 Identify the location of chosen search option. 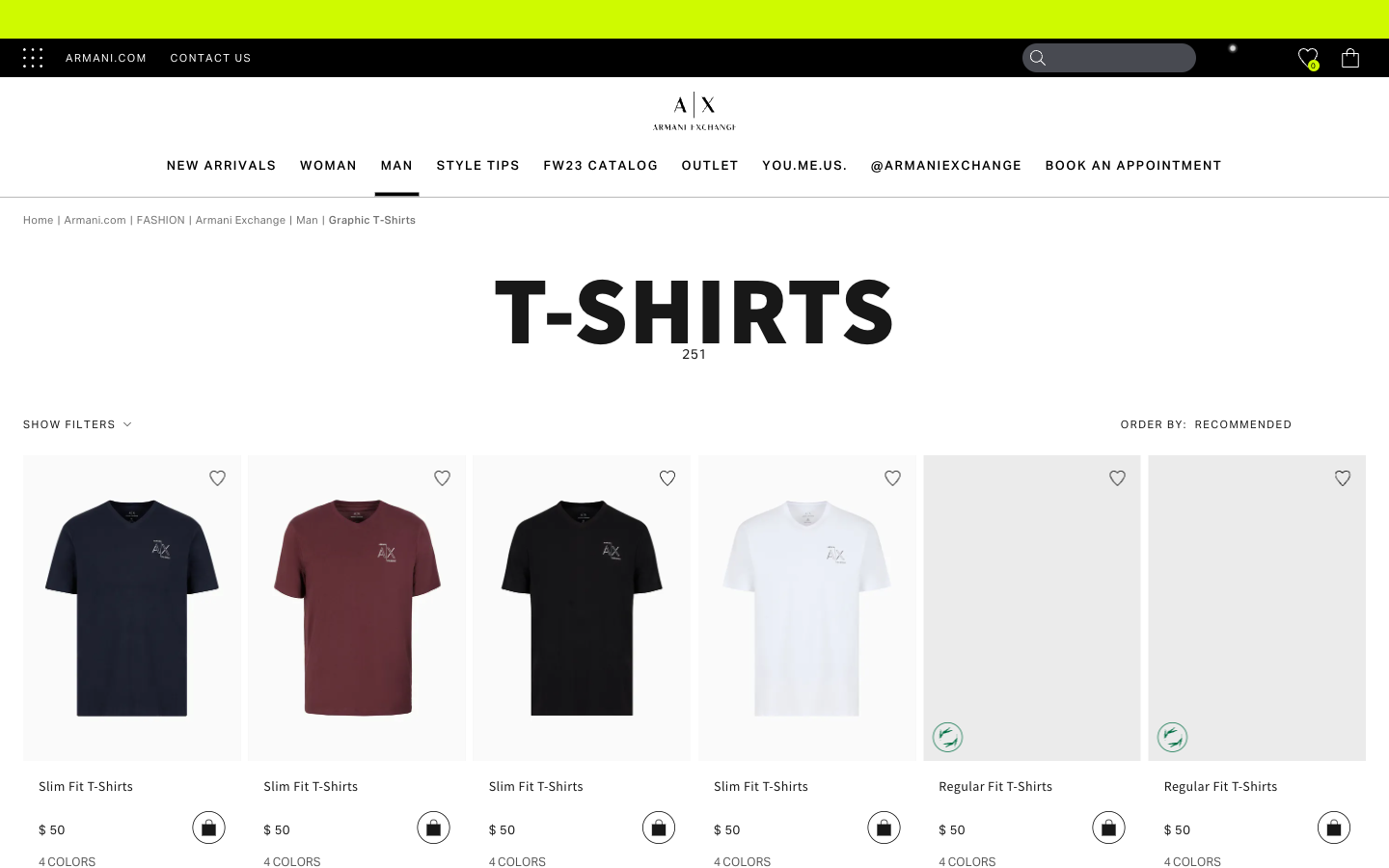
(1255, 424).